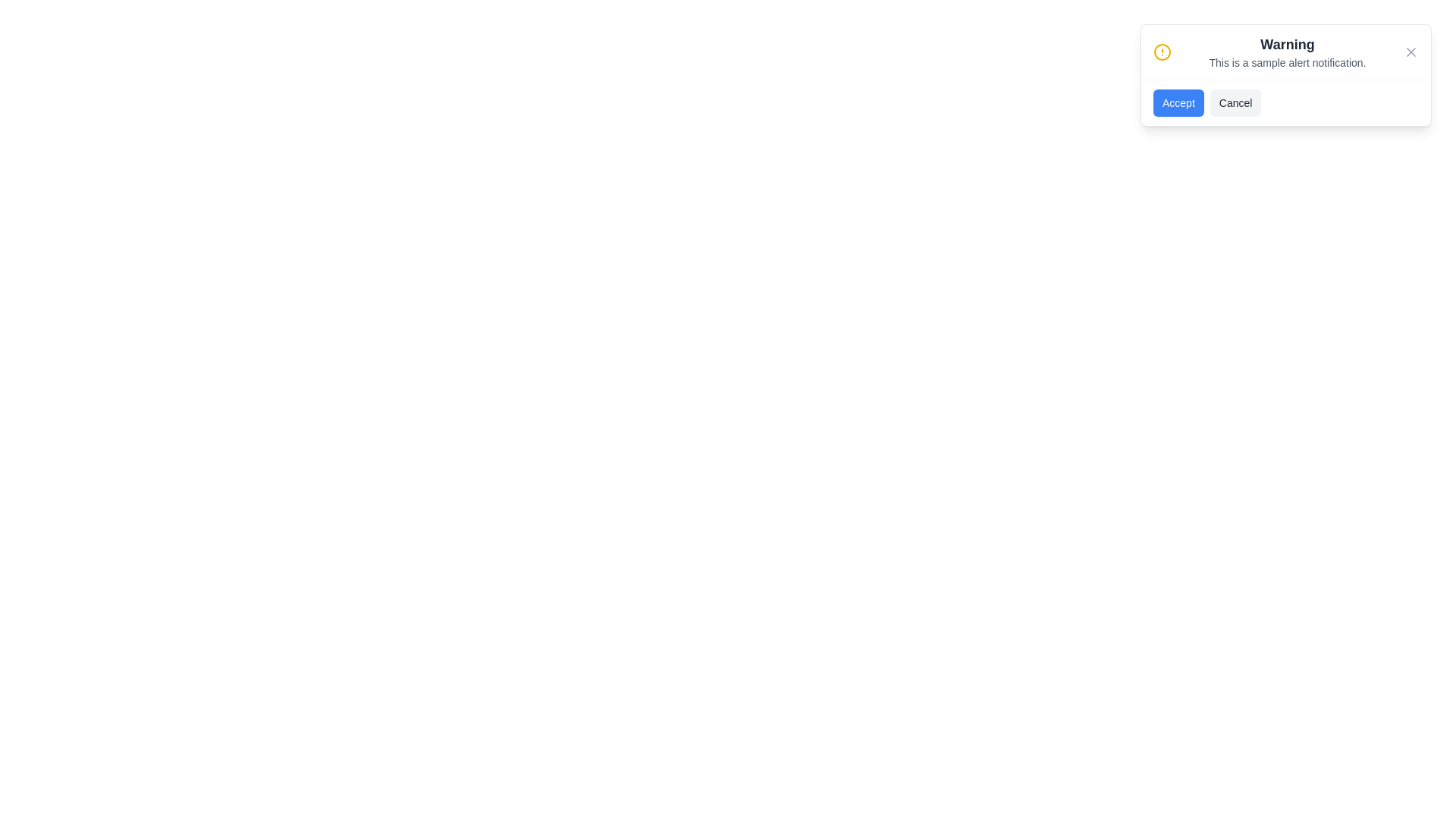  What do you see at coordinates (1161, 52) in the screenshot?
I see `the circular SVG shape that is part of the alert icon preceding the 'Warning' text in the alert dialog` at bounding box center [1161, 52].